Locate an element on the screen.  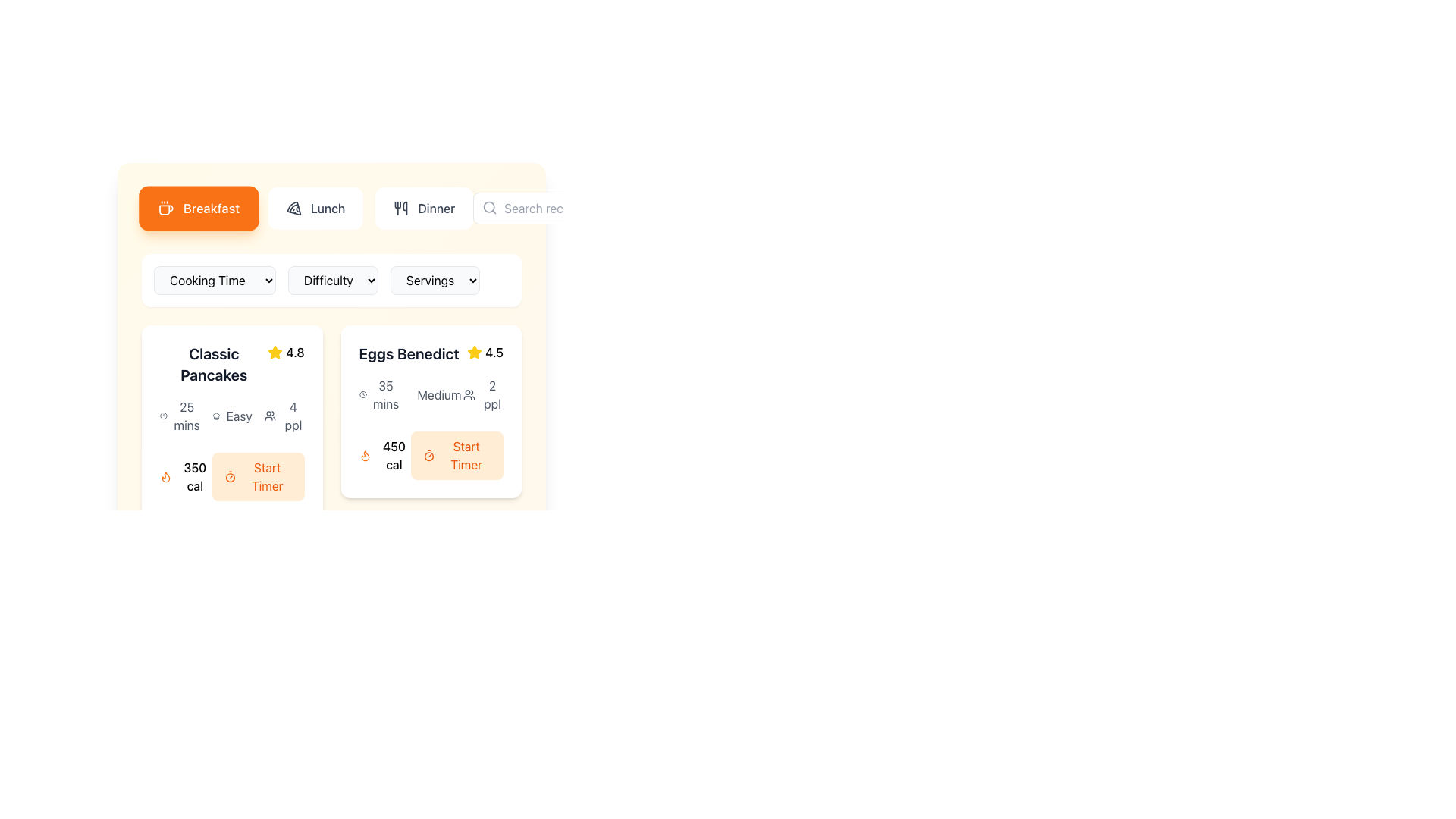
the representation of the user group icon, which is a minimal two-person silhouette design located to the left of the '1 ppl' text in the lower-right region of the interface is located at coordinates (270, 607).